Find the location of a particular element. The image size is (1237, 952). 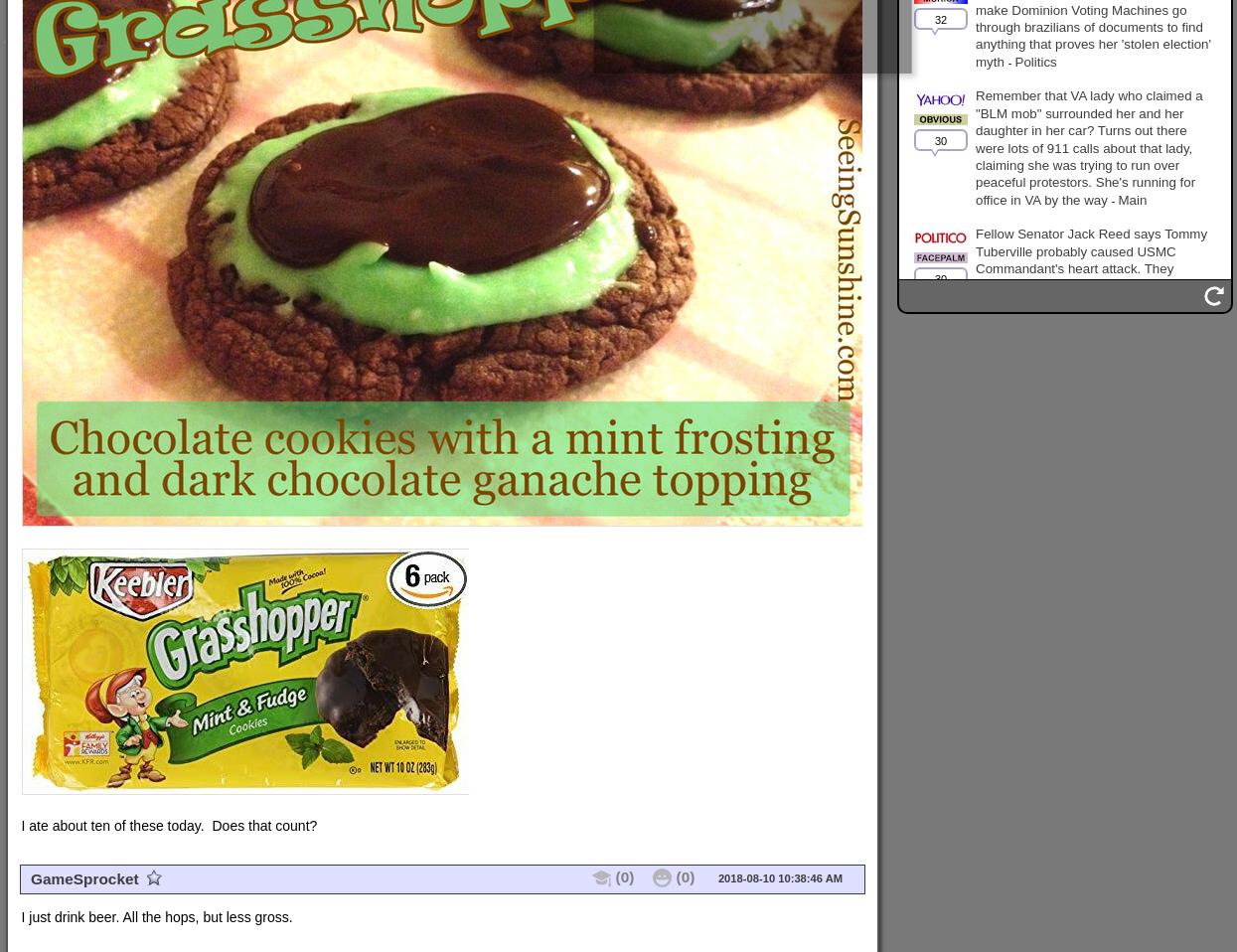

'24' is located at coordinates (940, 466).